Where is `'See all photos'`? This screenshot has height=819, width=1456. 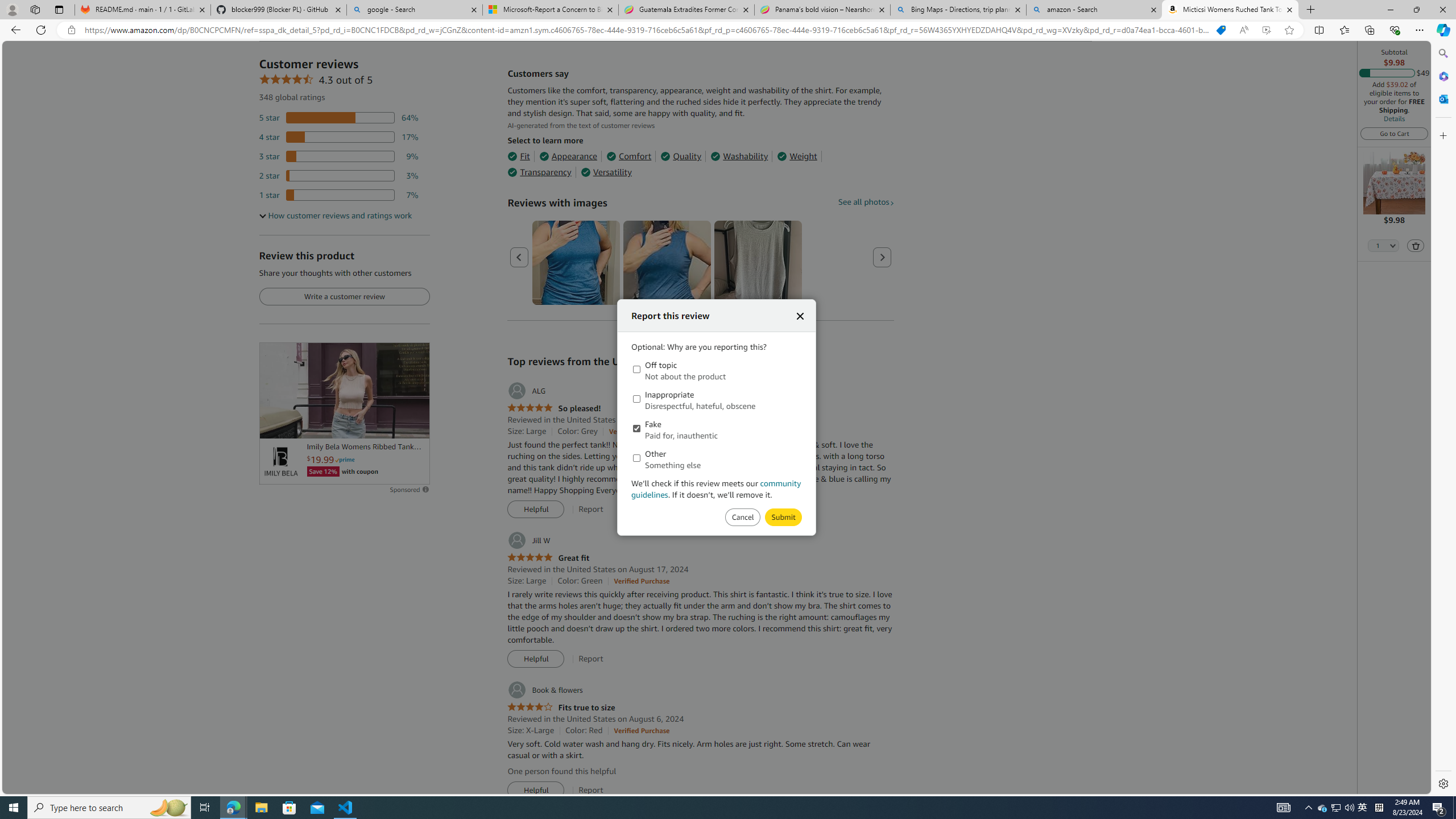
'See all photos' is located at coordinates (864, 201).